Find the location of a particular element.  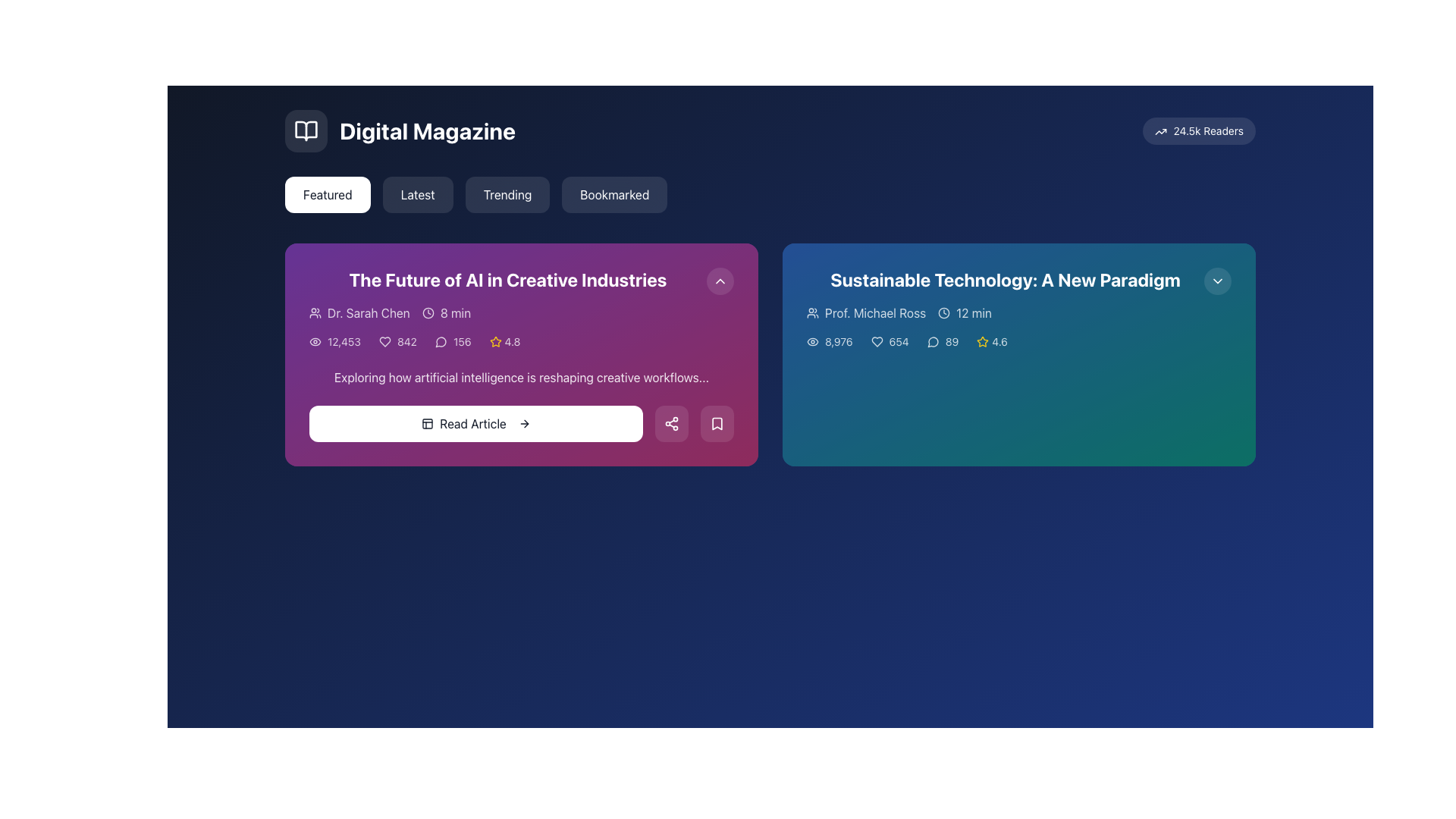

the heart-shaped icon with a purple-to-pink gradient, which serves as a visual indicator for the 'like' or 'favorite' feature, located in the statistics section of the card titled 'The Future of AI in Creative Industries' is located at coordinates (385, 342).